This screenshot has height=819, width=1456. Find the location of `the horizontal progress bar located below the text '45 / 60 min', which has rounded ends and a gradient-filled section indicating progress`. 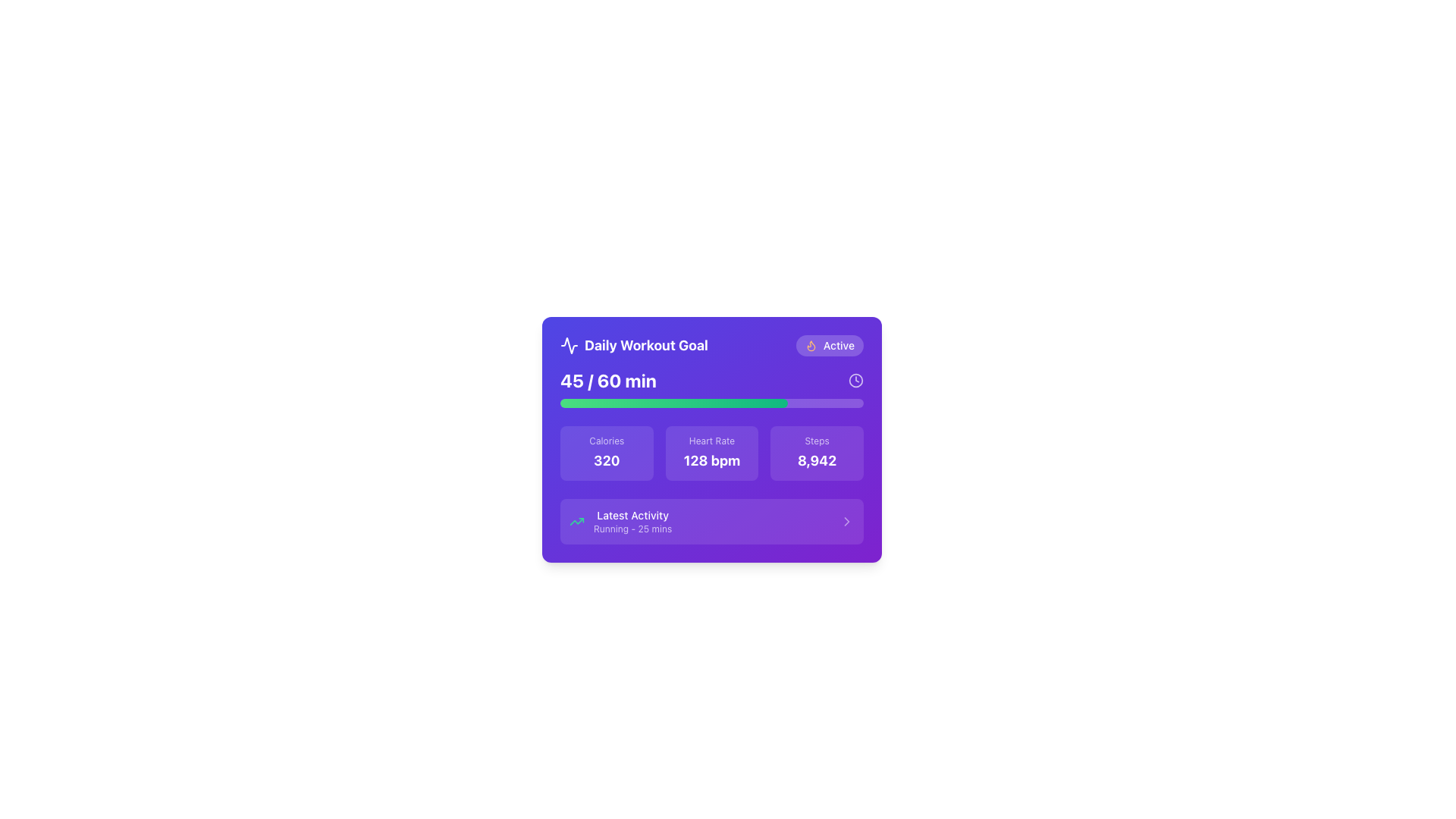

the horizontal progress bar located below the text '45 / 60 min', which has rounded ends and a gradient-filled section indicating progress is located at coordinates (711, 403).